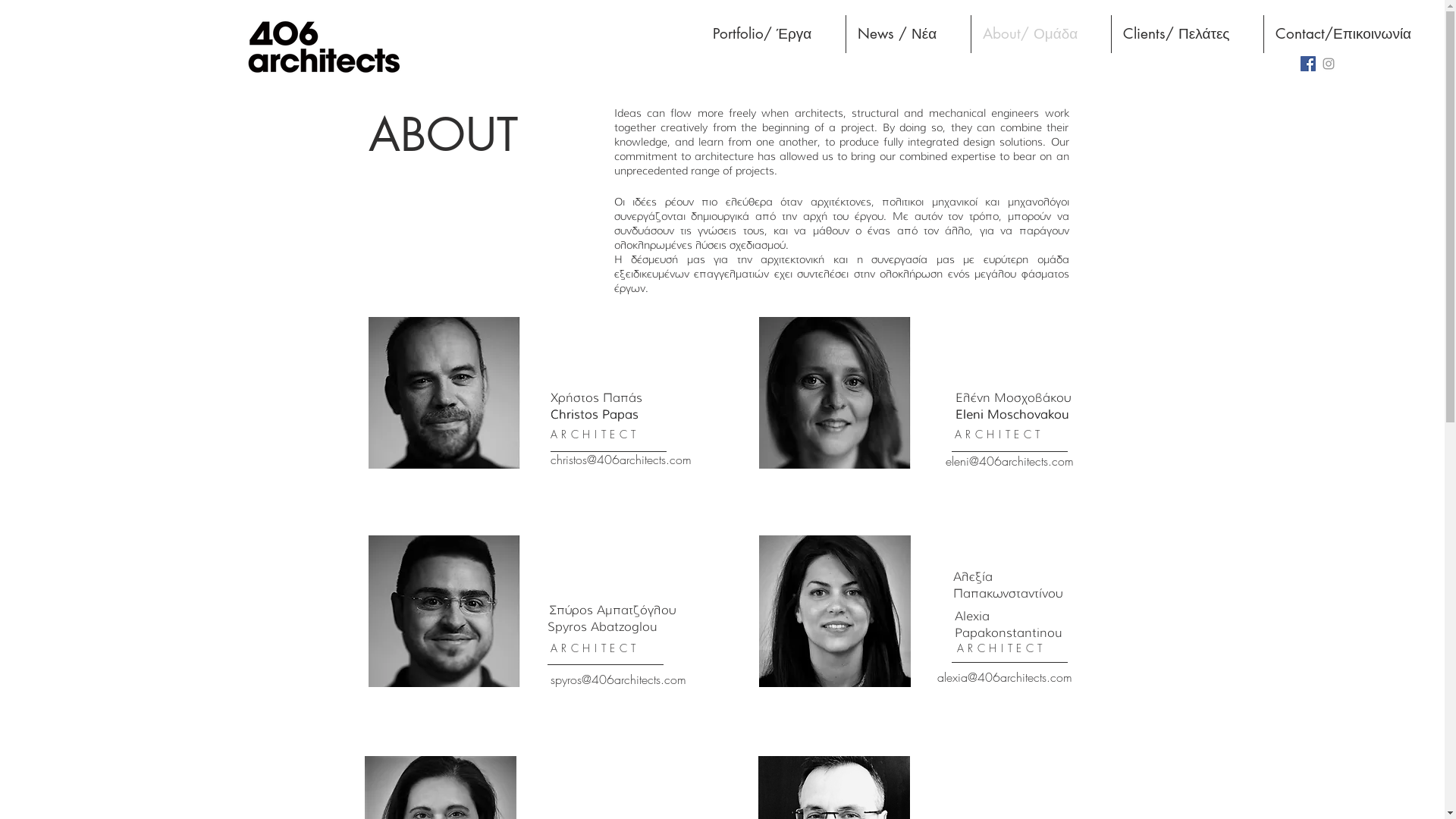 This screenshot has height=819, width=1456. I want to click on 'alexia@406architects.com', so click(1004, 676).